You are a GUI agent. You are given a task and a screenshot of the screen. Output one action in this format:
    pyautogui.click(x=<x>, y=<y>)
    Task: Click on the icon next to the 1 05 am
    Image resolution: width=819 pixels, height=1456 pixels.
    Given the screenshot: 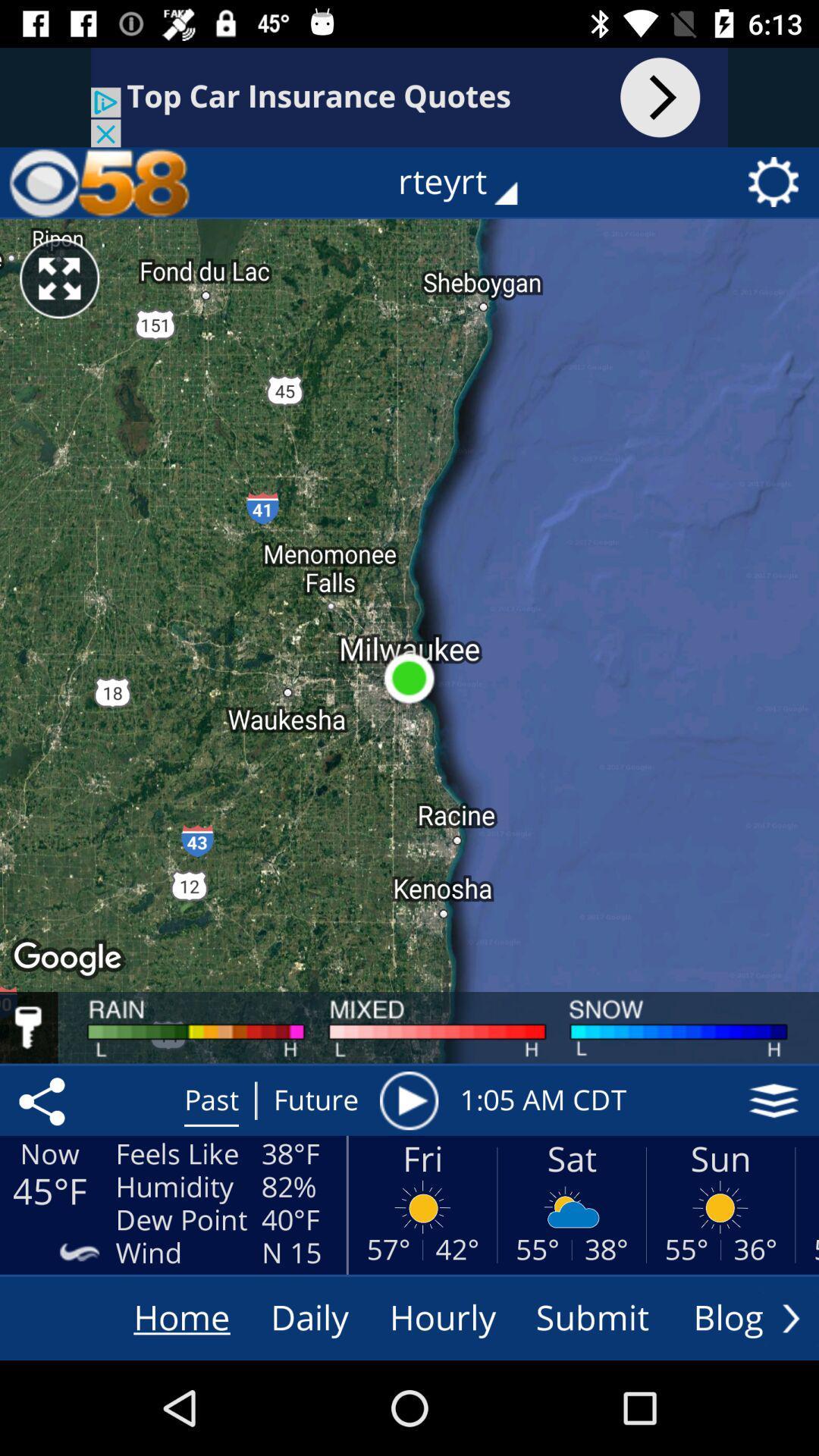 What is the action you would take?
    pyautogui.click(x=773, y=1100)
    